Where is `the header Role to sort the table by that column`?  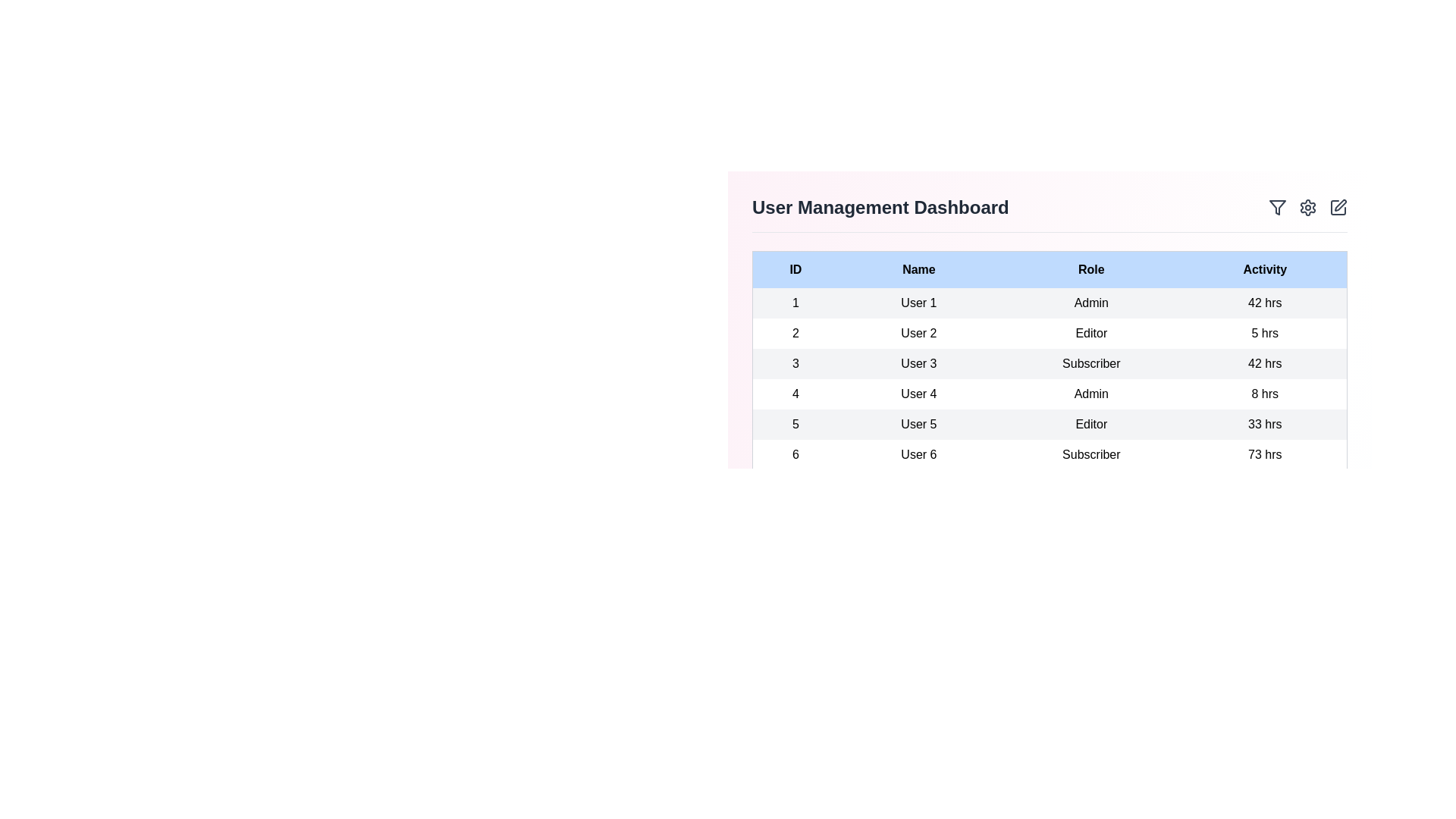
the header Role to sort the table by that column is located at coordinates (1090, 268).